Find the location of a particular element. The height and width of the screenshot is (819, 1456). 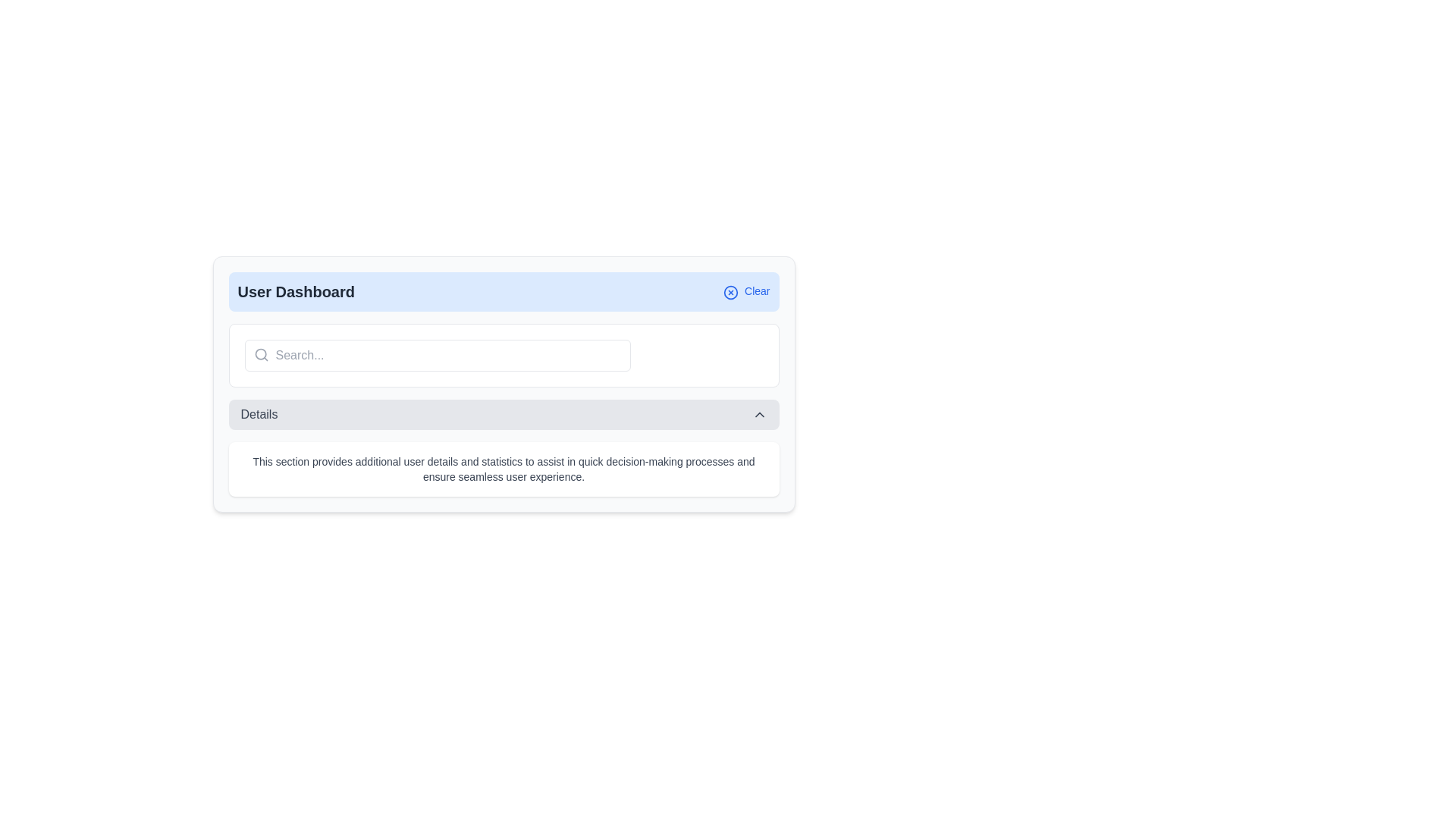

the circular icon featuring a cross shape in its center, located adjacent to the 'Clear' text on the top right of the User Dashboard panel is located at coordinates (731, 292).